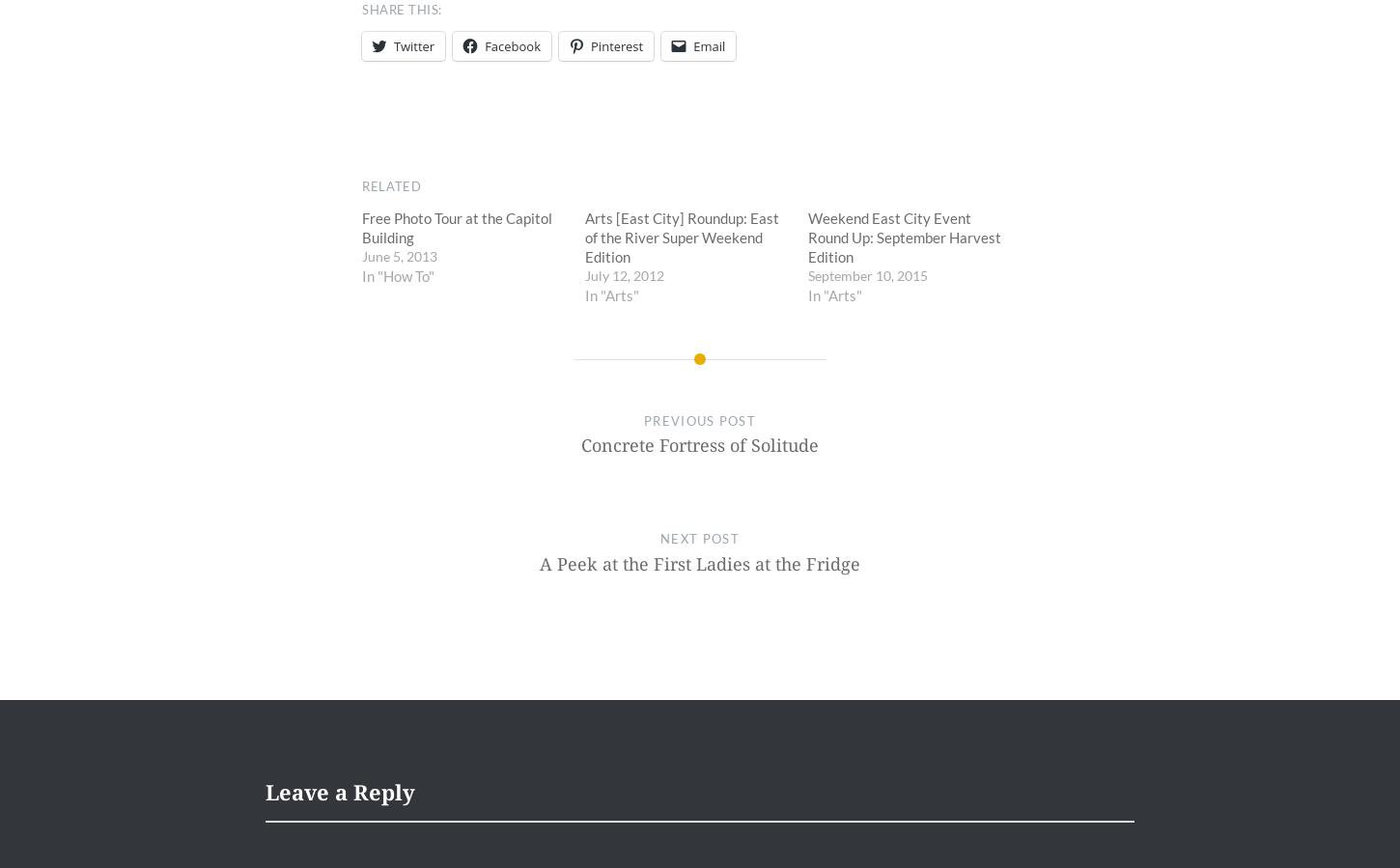 This screenshot has height=868, width=1400. I want to click on 'Related', so click(390, 186).